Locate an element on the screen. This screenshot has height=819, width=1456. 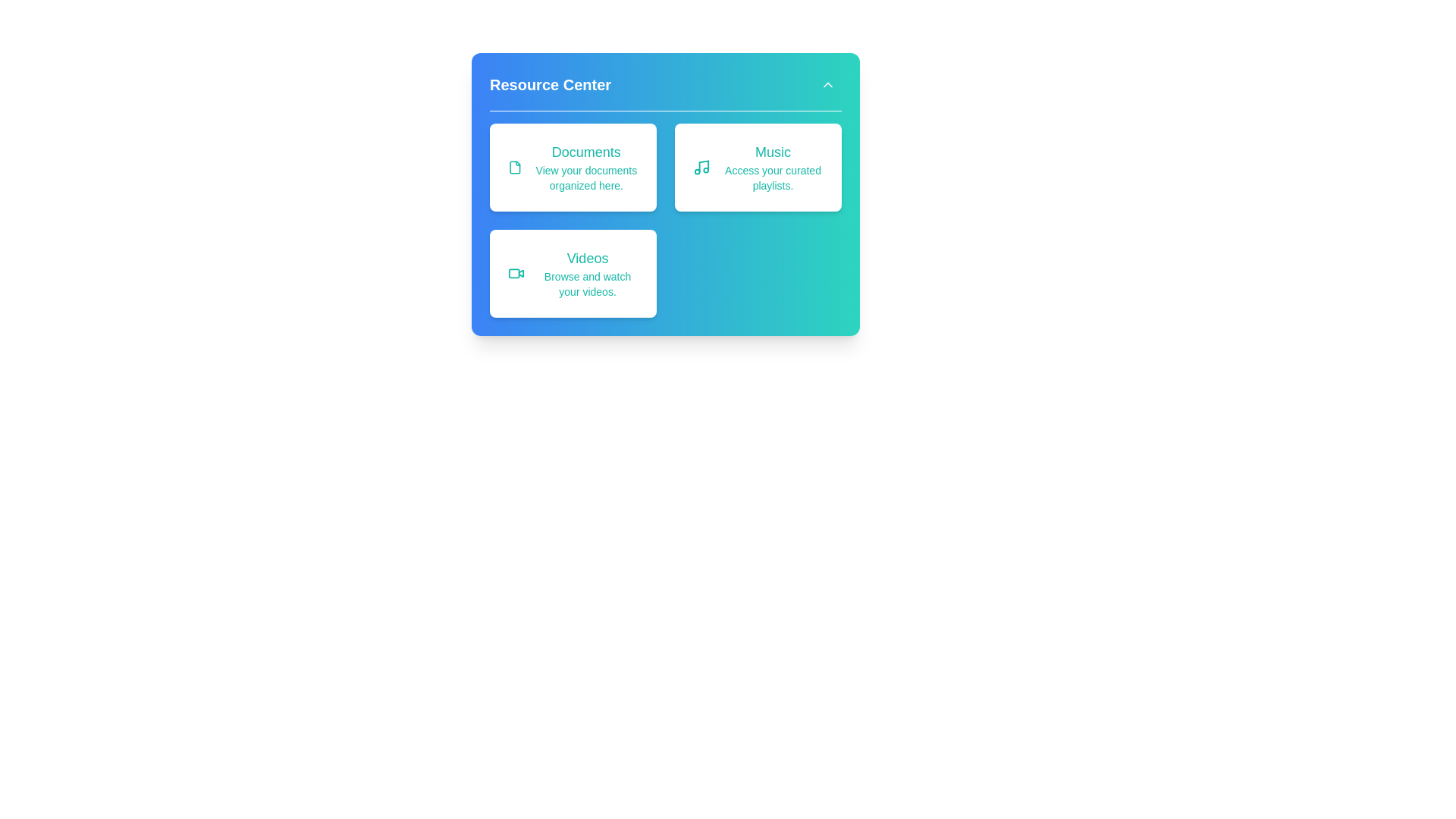
the menu item Videos to view its details is located at coordinates (572, 274).